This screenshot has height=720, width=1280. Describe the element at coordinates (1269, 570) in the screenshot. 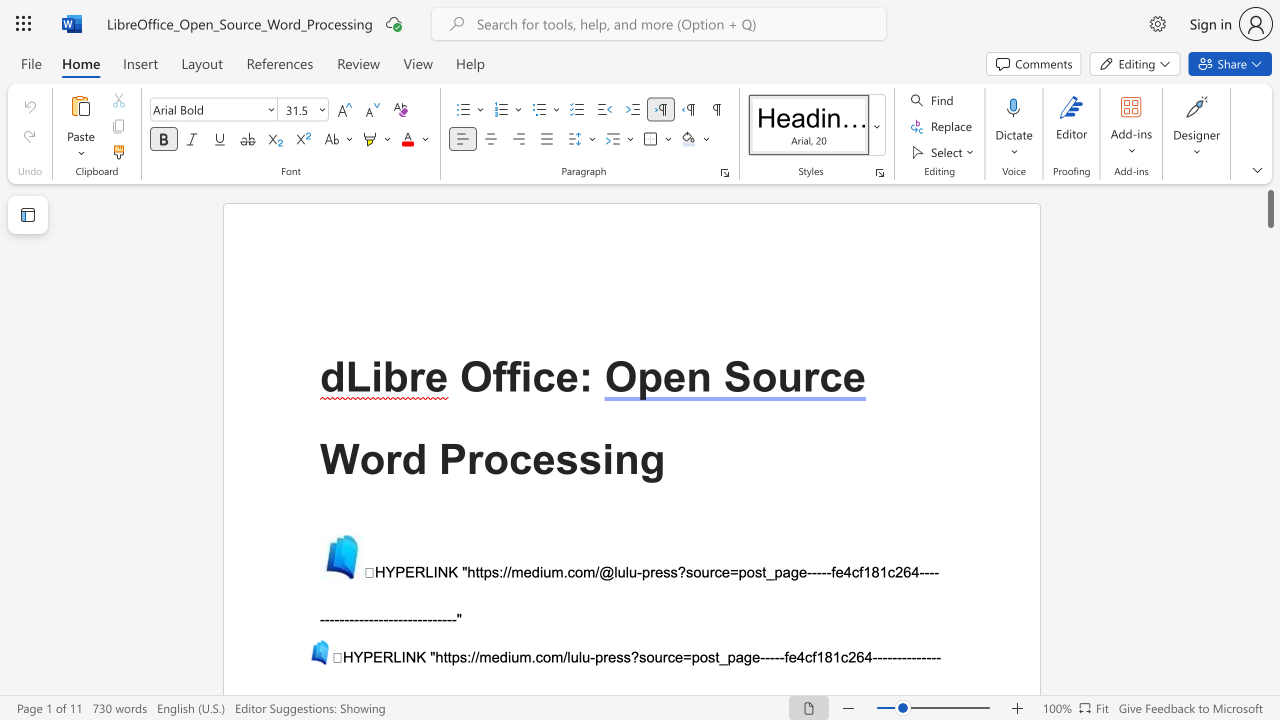

I see `the right-hand scrollbar to descend the page` at that location.